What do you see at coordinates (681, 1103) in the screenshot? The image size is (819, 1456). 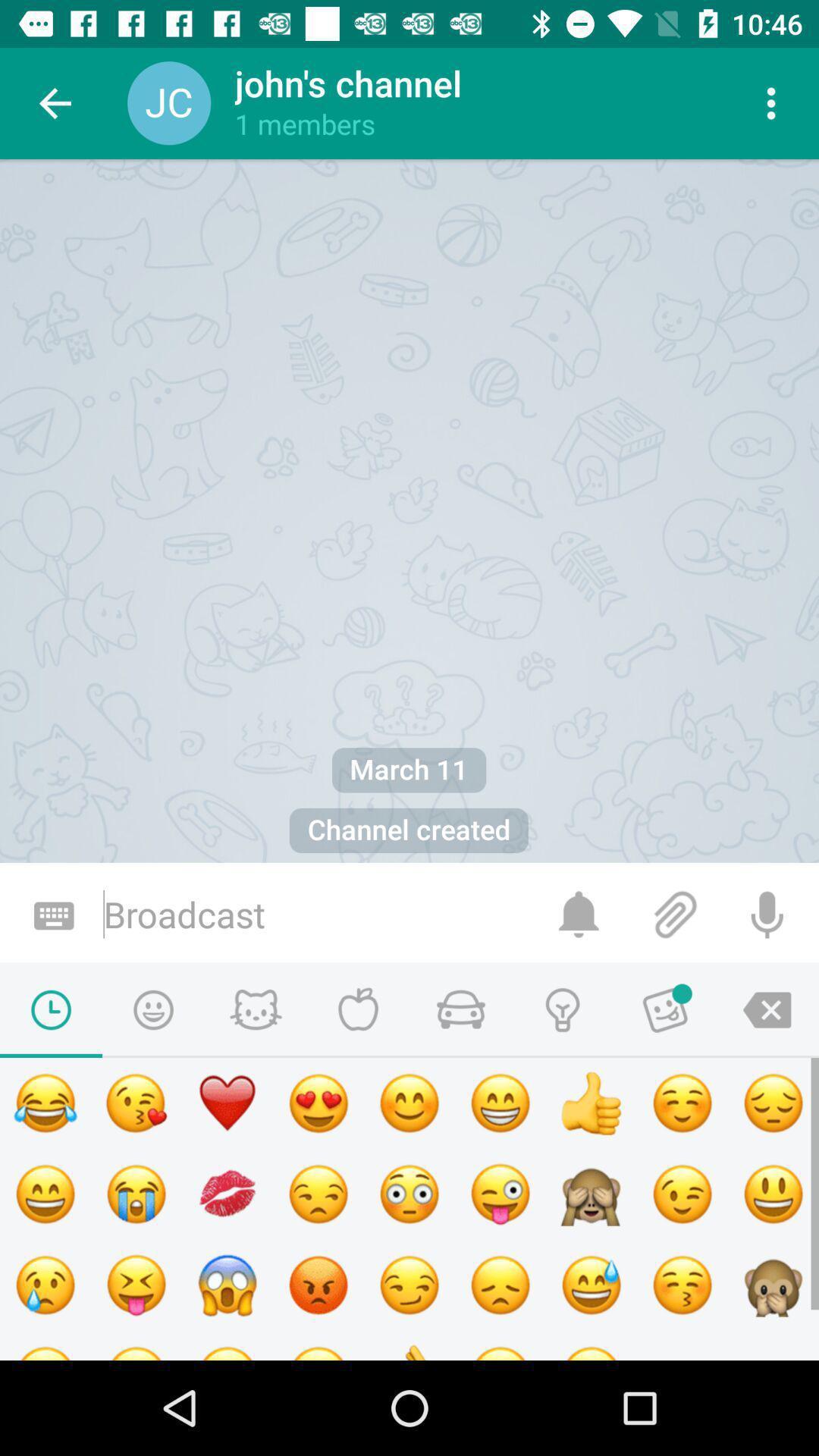 I see `the emoji icon` at bounding box center [681, 1103].